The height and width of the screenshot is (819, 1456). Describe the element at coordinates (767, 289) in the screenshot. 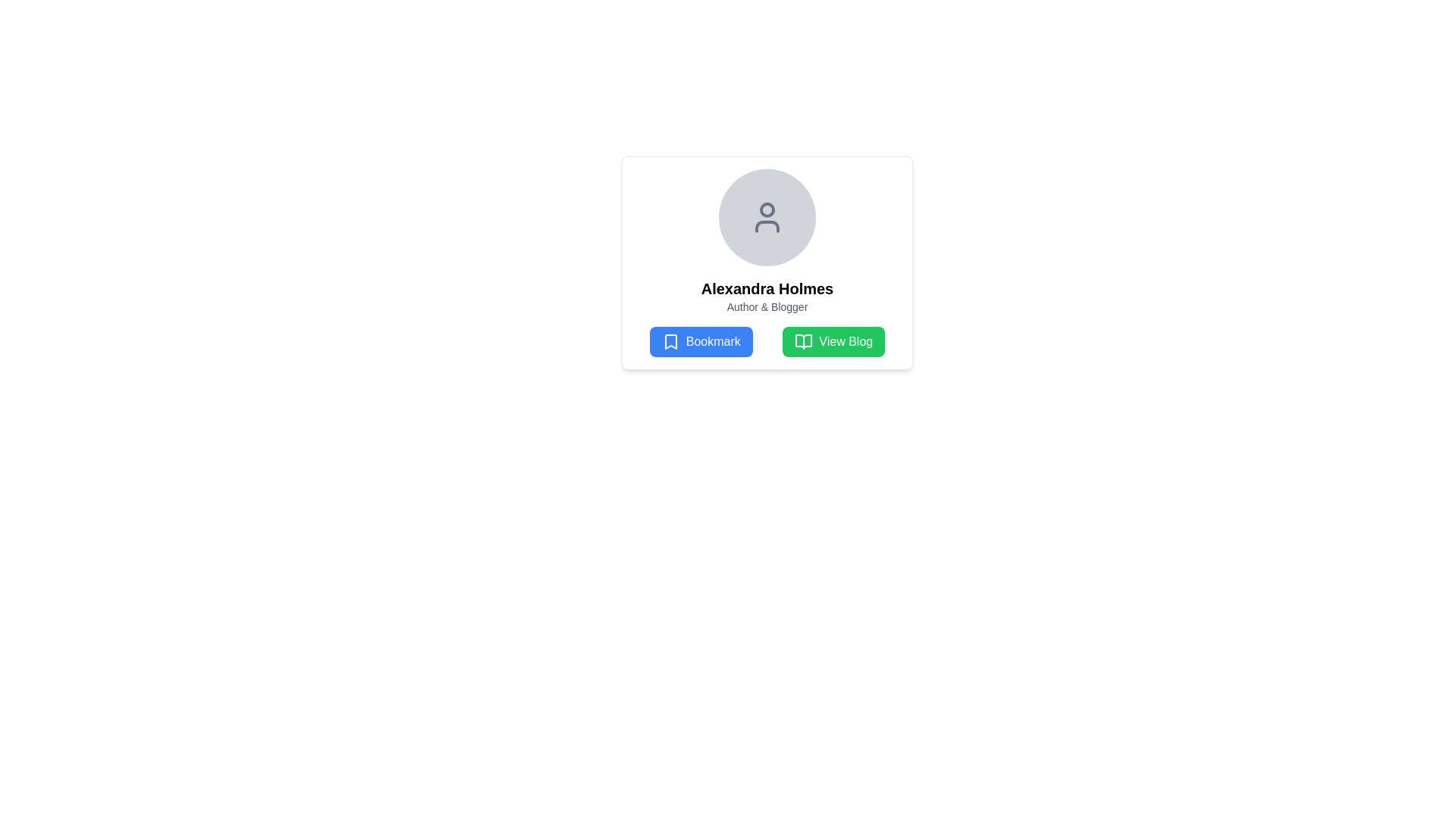

I see `the profile title text display, which is positioned below the circular avatar and above the descriptive text 'Author & Blogger'` at that location.